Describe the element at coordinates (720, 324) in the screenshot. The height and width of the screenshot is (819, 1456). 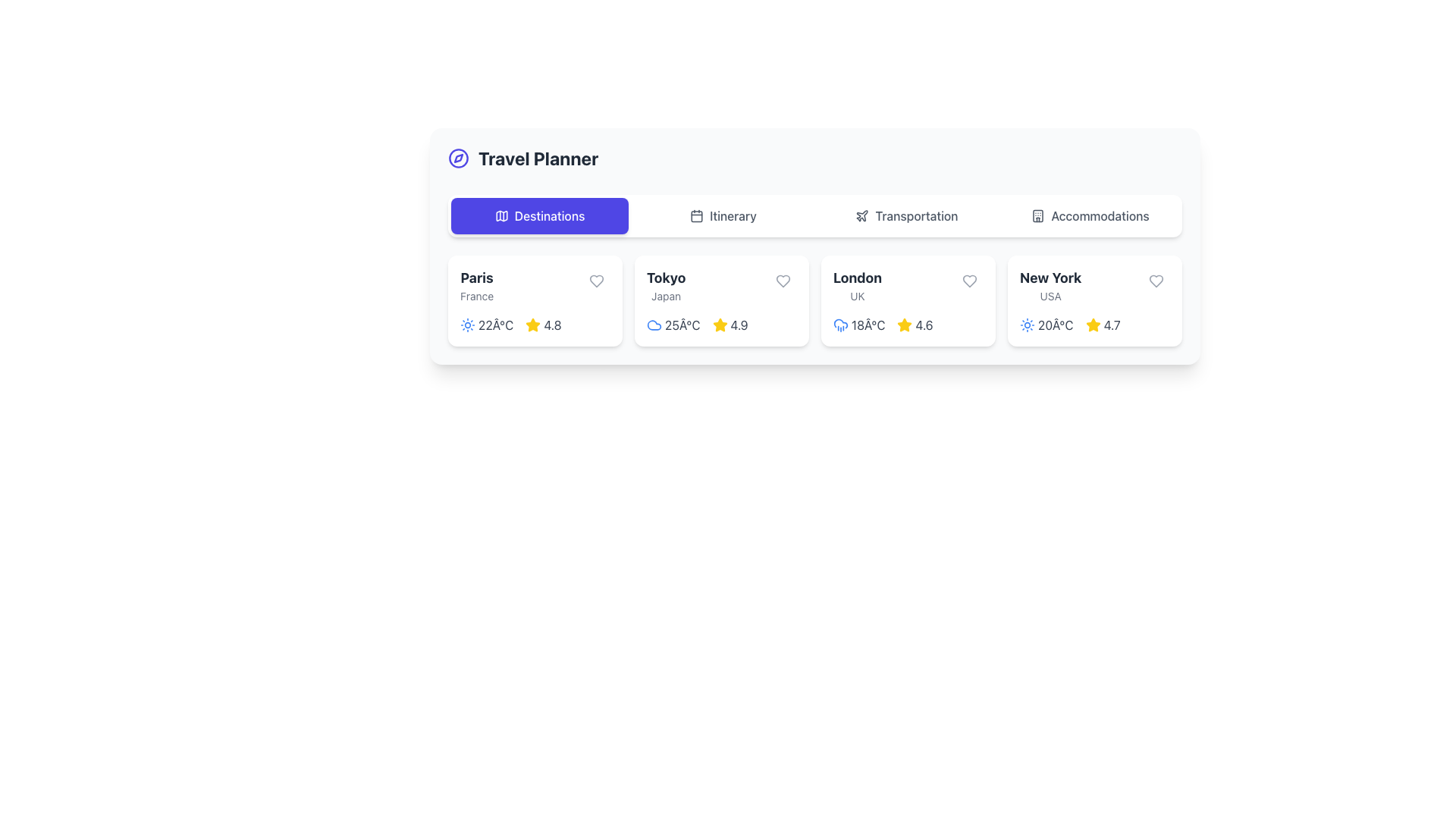
I see `temperature '25°C' and rating '4.9' information from the Weather and rating display located at the bottom of the 'Tokyo, Japan' card` at that location.